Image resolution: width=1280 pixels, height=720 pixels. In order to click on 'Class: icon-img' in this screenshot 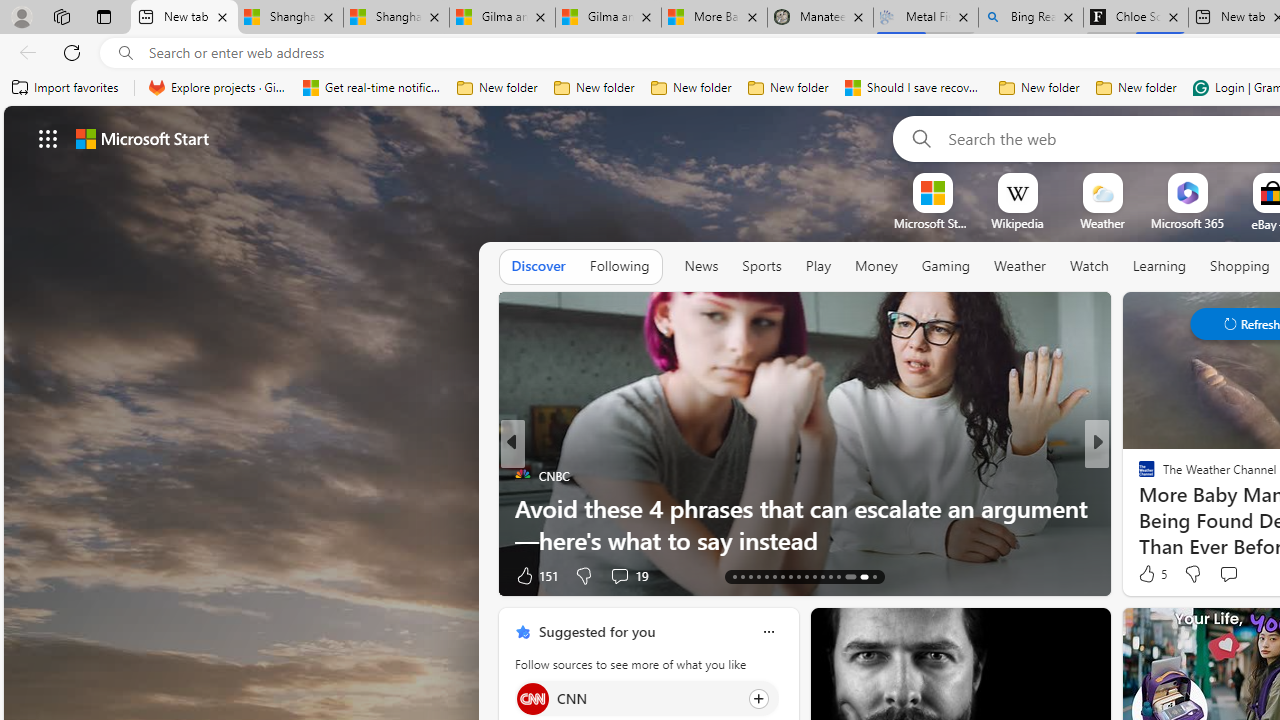, I will do `click(767, 632)`.